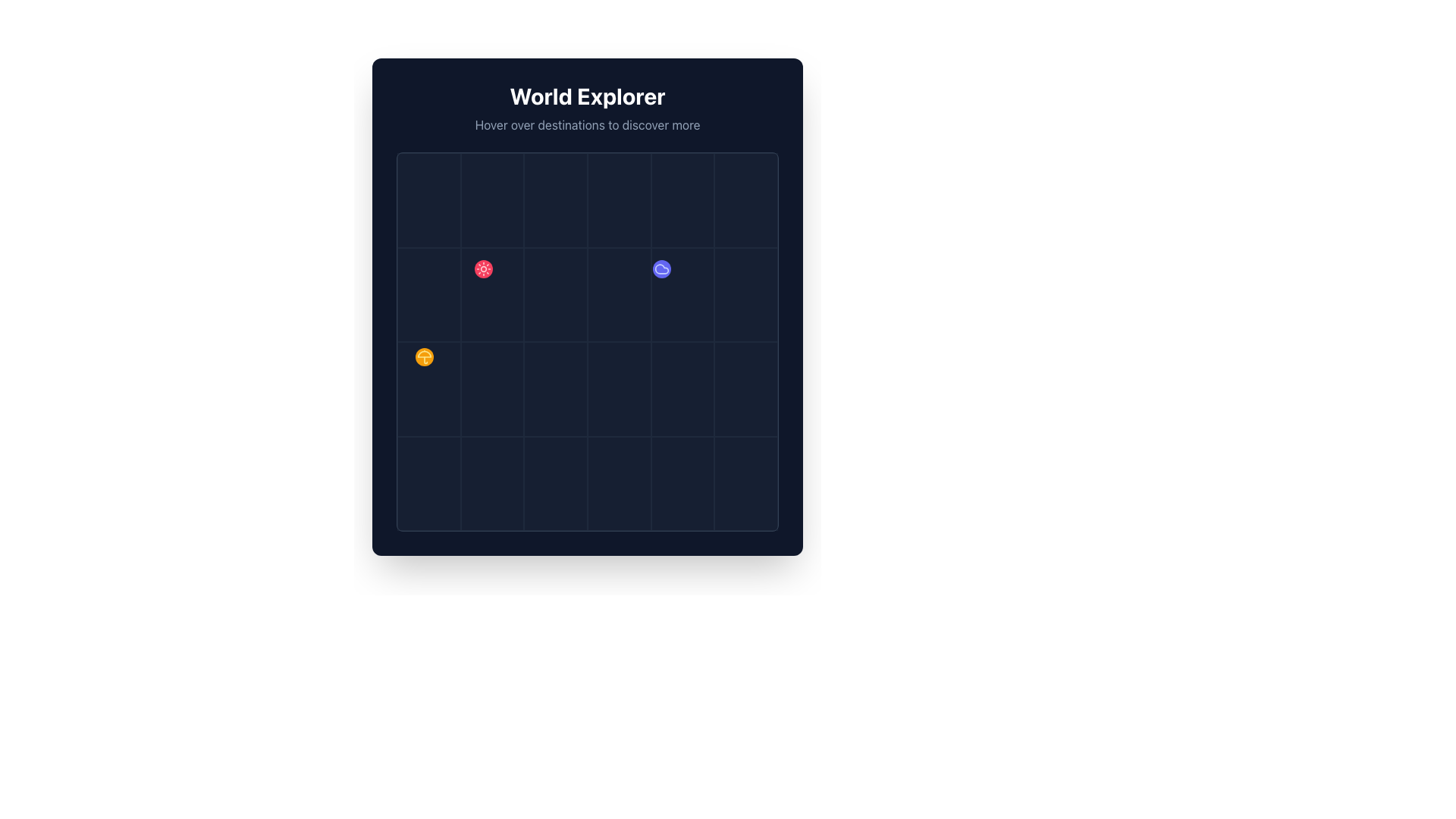 The image size is (1456, 819). Describe the element at coordinates (428, 483) in the screenshot. I see `the rectangular grid cell located` at that location.